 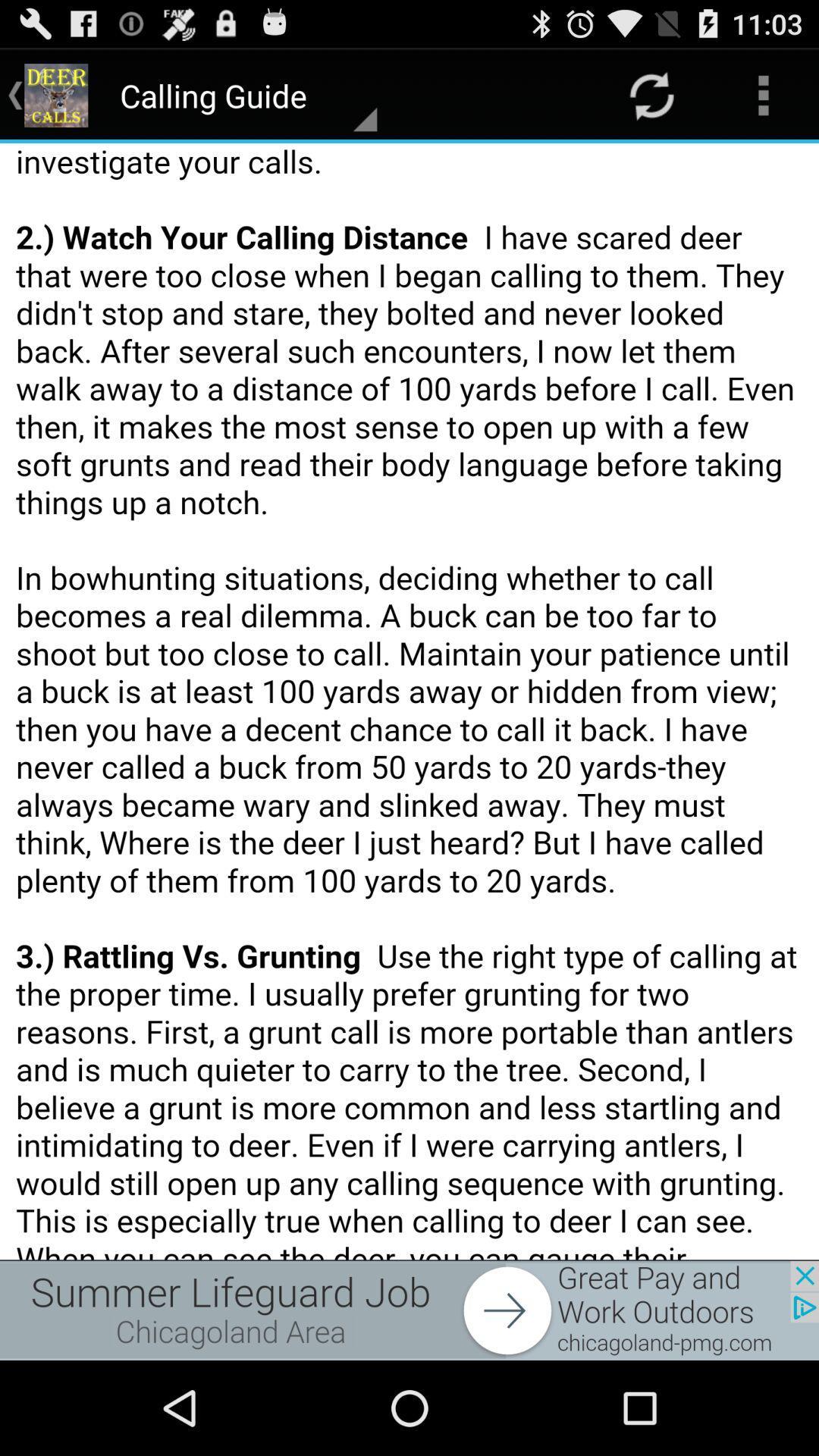 I want to click on advertisement page, so click(x=409, y=1310).